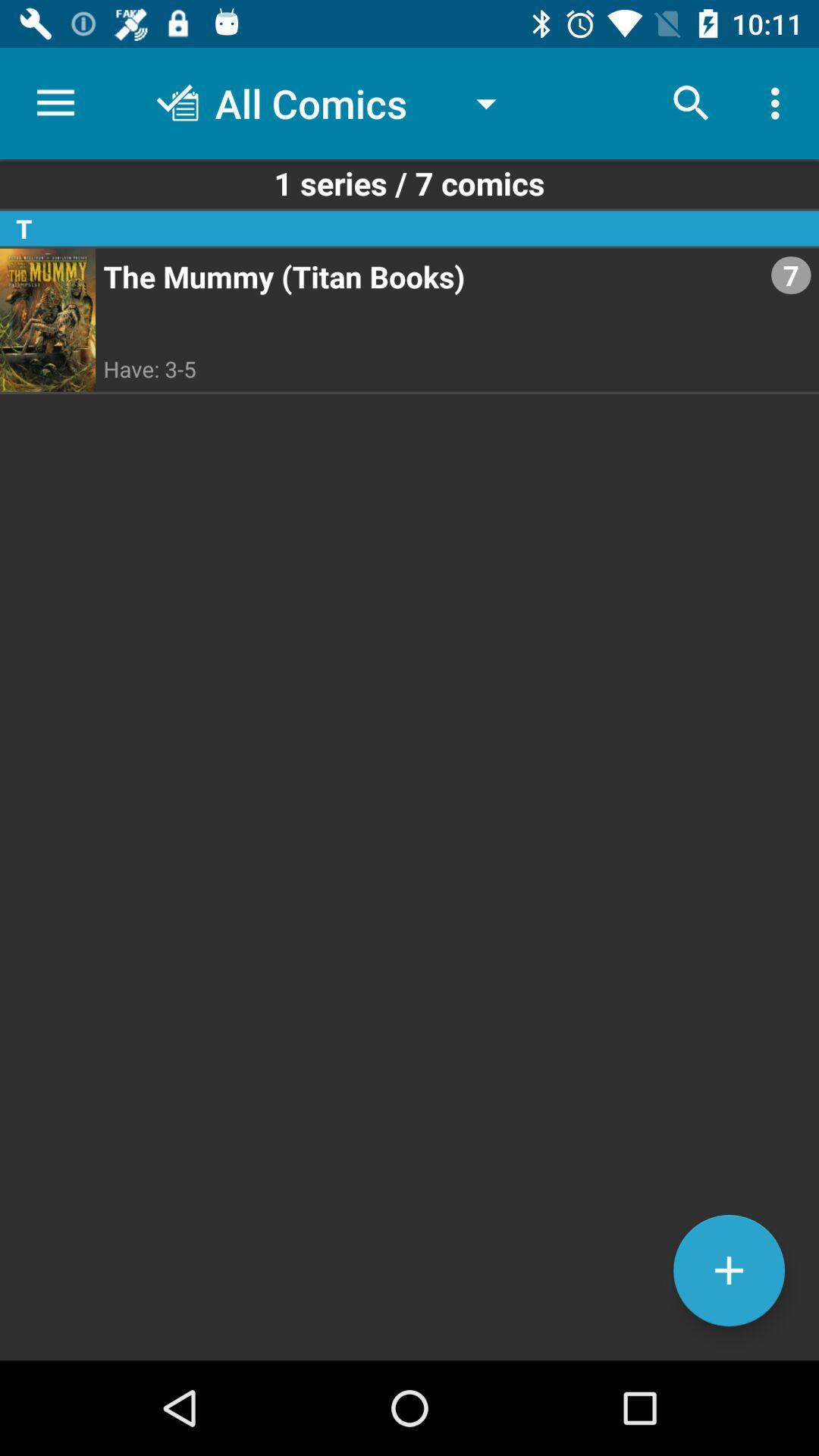  Describe the element at coordinates (728, 1270) in the screenshot. I see `new series` at that location.